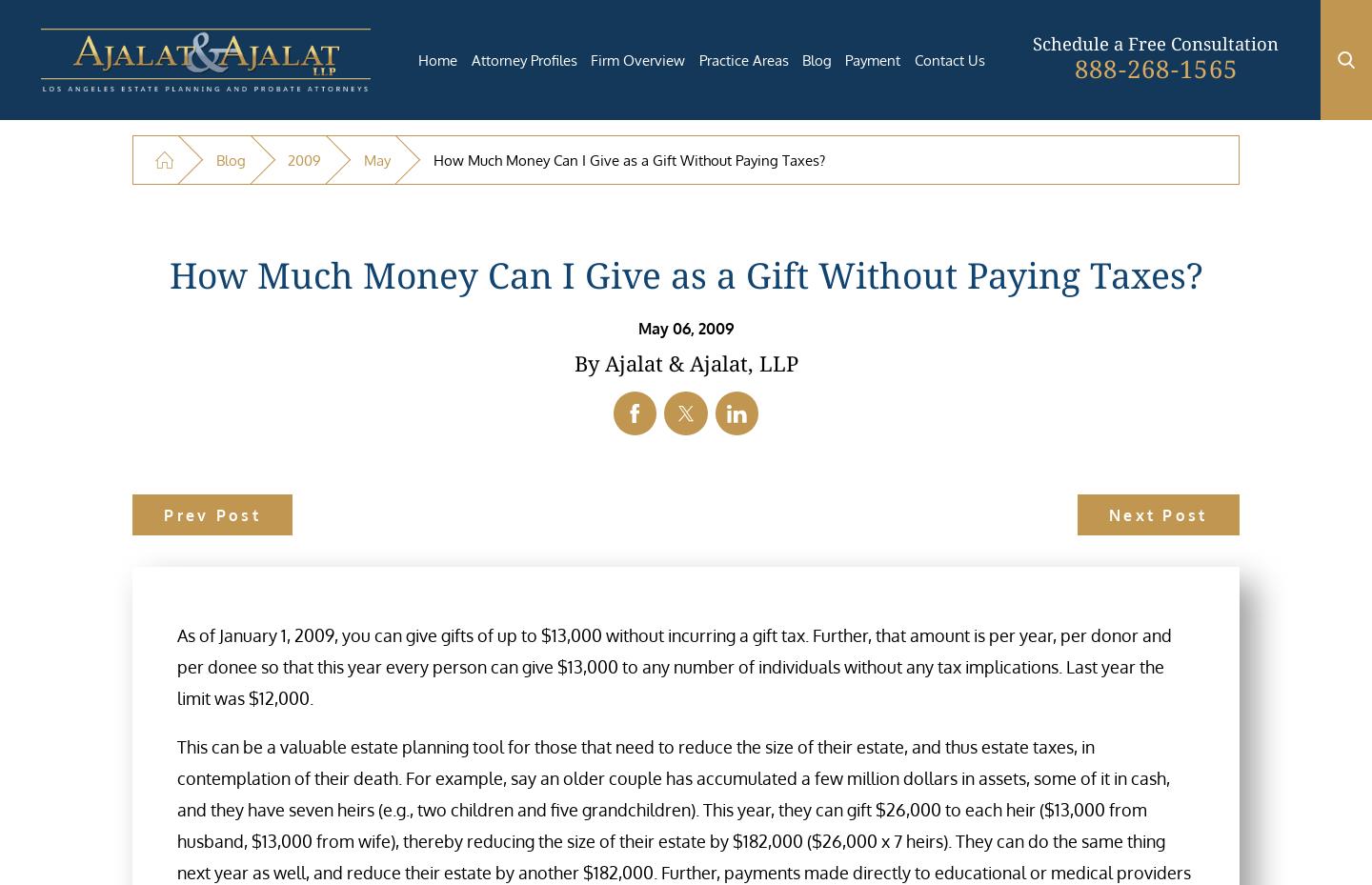 The image size is (1372, 885). What do you see at coordinates (623, 862) in the screenshot?
I see `'The information on this website is for general information purposes only.
							 Nothing on this site should be taken as legal advice for any individual
							 case or situation. This information is not intended to create, and receipt
							 or viewing does not constitute, an attorney-client relationship.'` at bounding box center [623, 862].